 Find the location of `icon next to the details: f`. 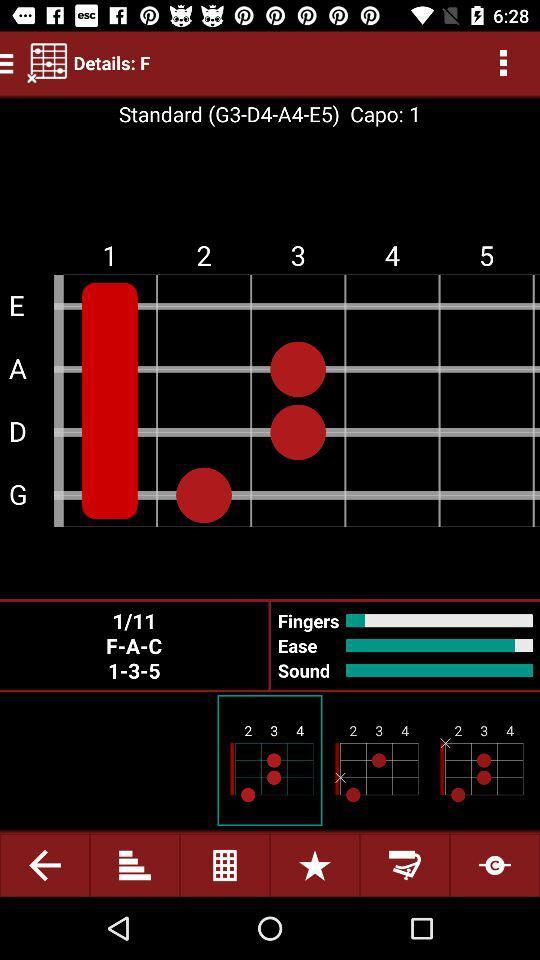

icon next to the details: f is located at coordinates (47, 62).